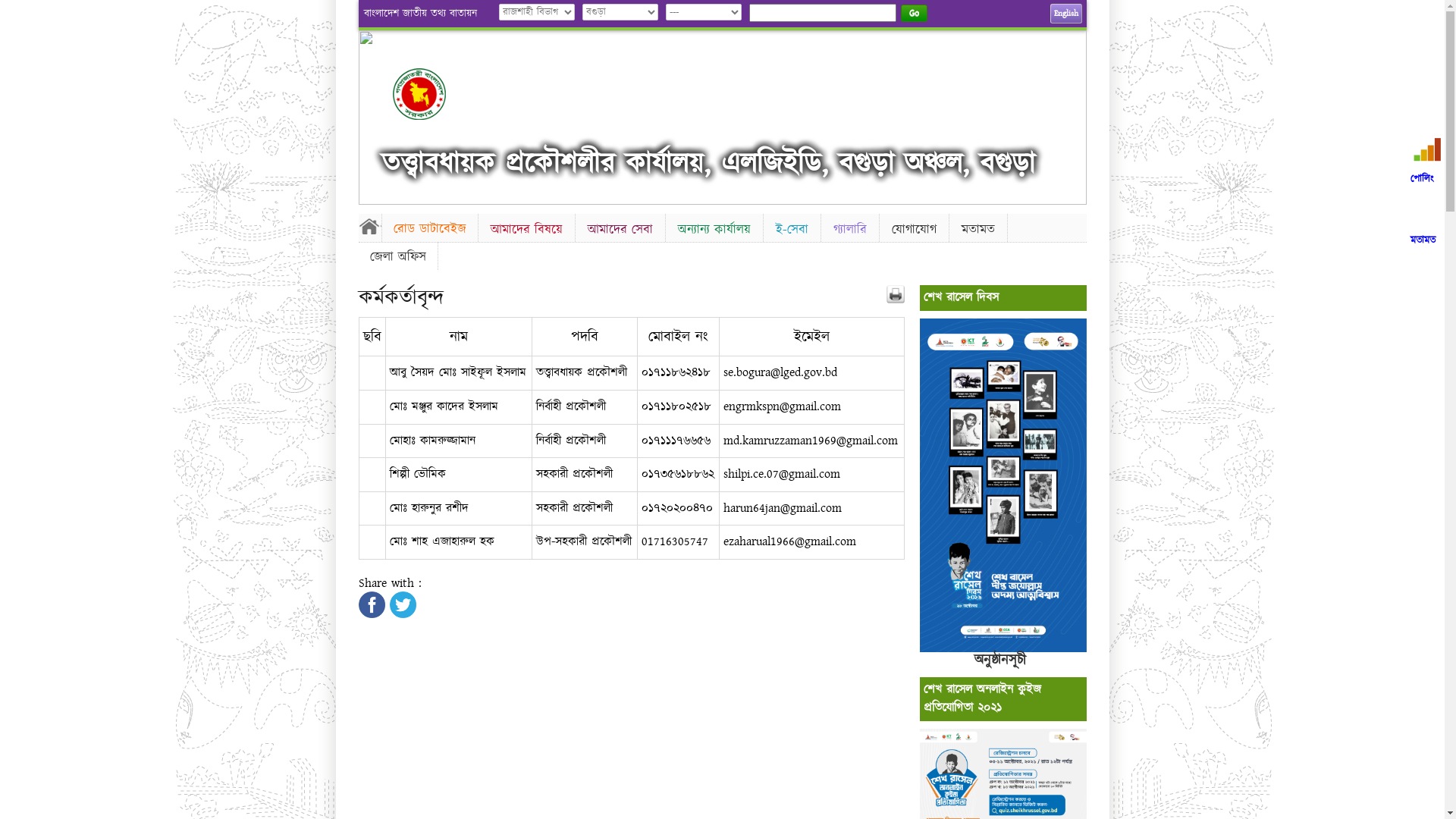 This screenshot has height=819, width=1456. What do you see at coordinates (393, 93) in the screenshot?
I see `'Home'` at bounding box center [393, 93].